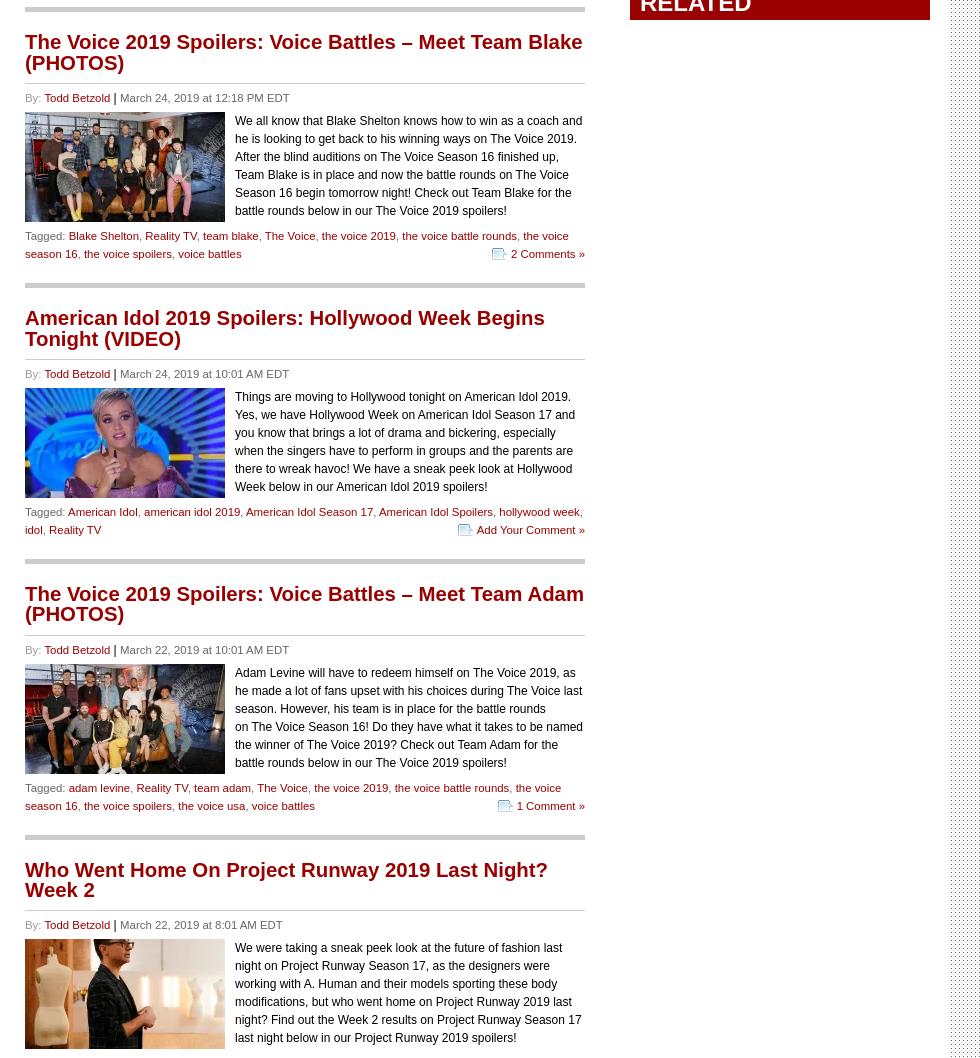 Image resolution: width=980 pixels, height=1058 pixels. What do you see at coordinates (378, 510) in the screenshot?
I see `'American Idol Spoilers'` at bounding box center [378, 510].